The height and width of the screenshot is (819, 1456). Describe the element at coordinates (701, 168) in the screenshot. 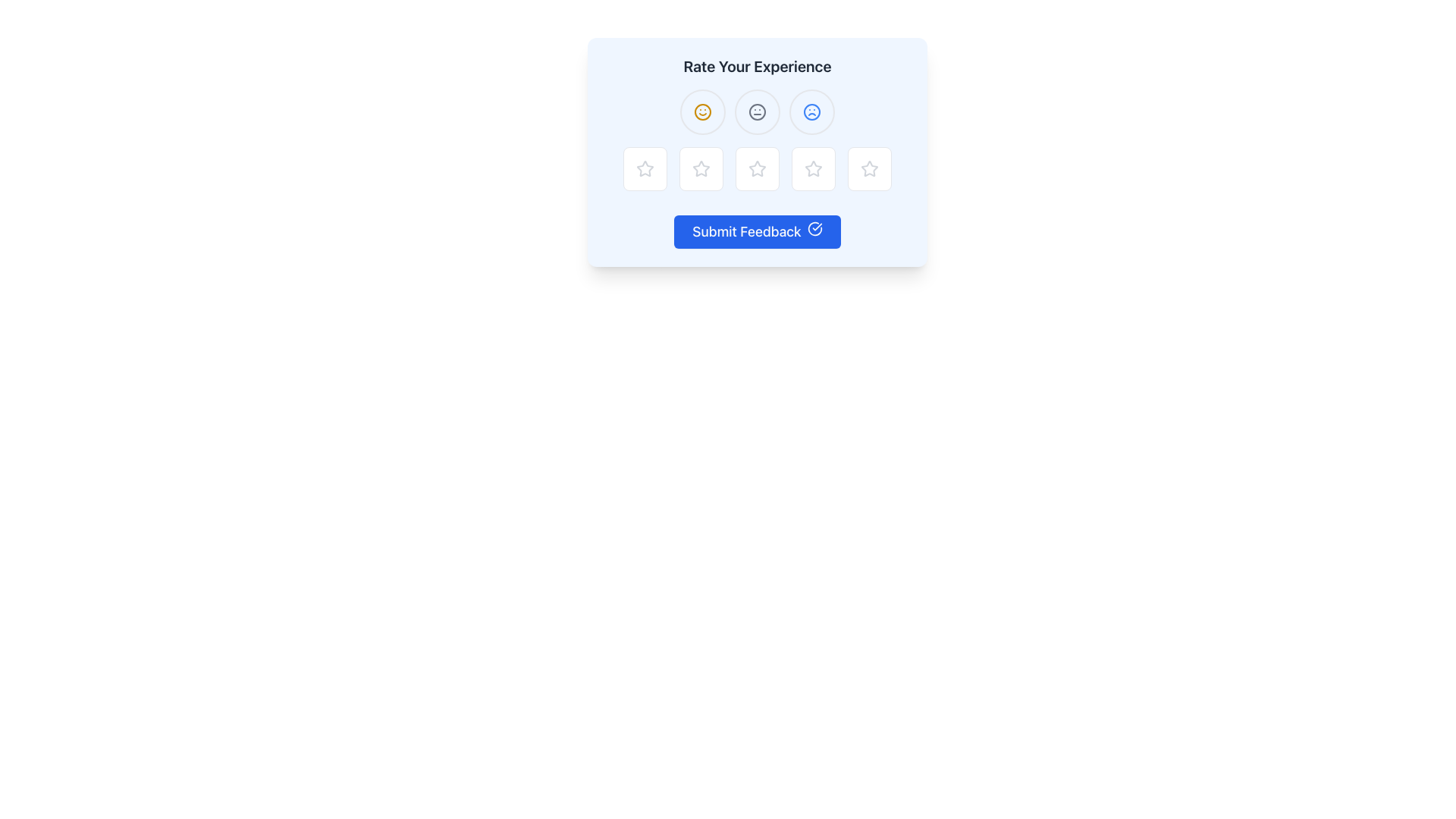

I see `keyboard navigation` at that location.